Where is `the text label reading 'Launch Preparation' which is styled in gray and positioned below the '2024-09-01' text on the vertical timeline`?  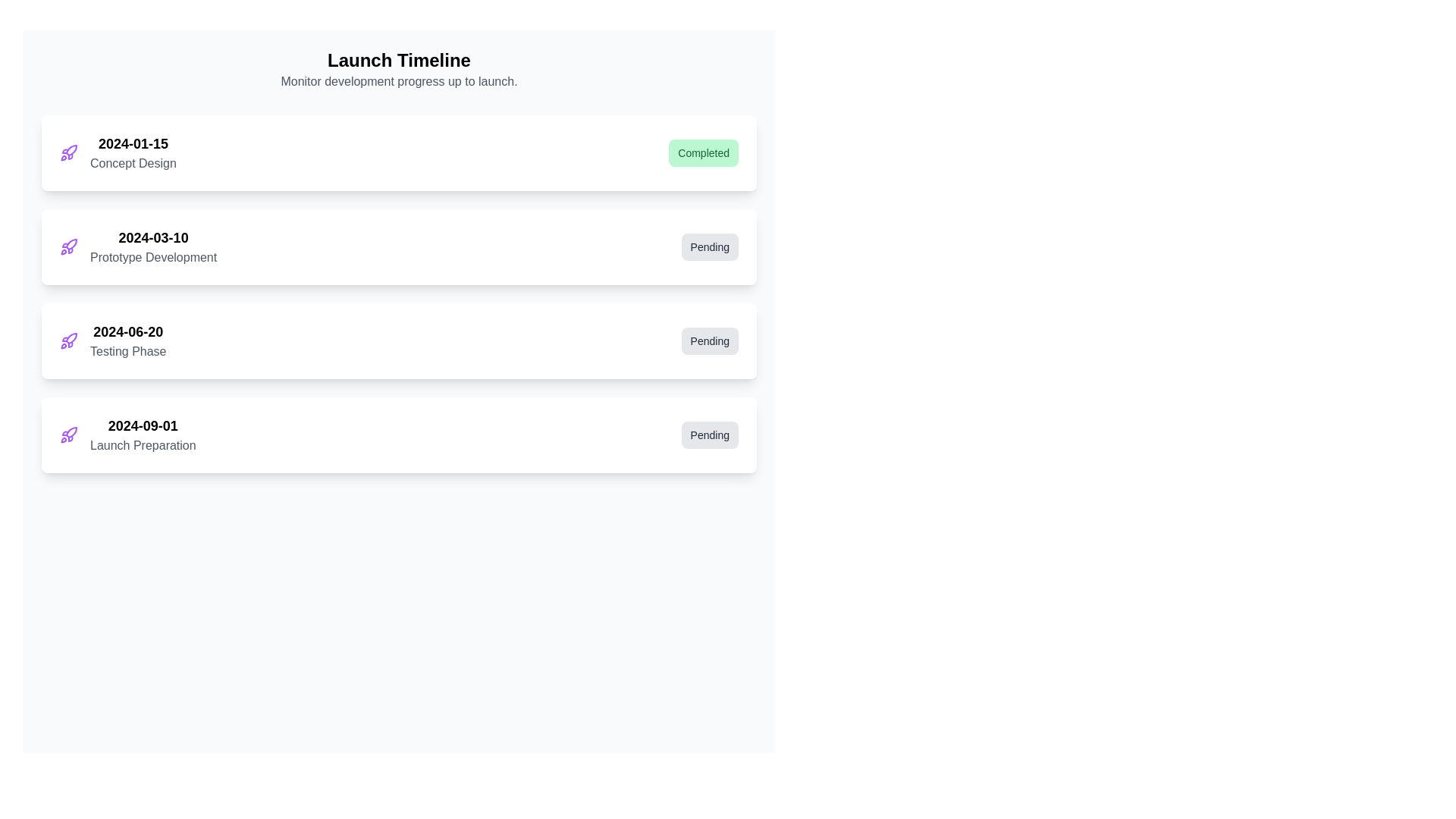
the text label reading 'Launch Preparation' which is styled in gray and positioned below the '2024-09-01' text on the vertical timeline is located at coordinates (143, 444).